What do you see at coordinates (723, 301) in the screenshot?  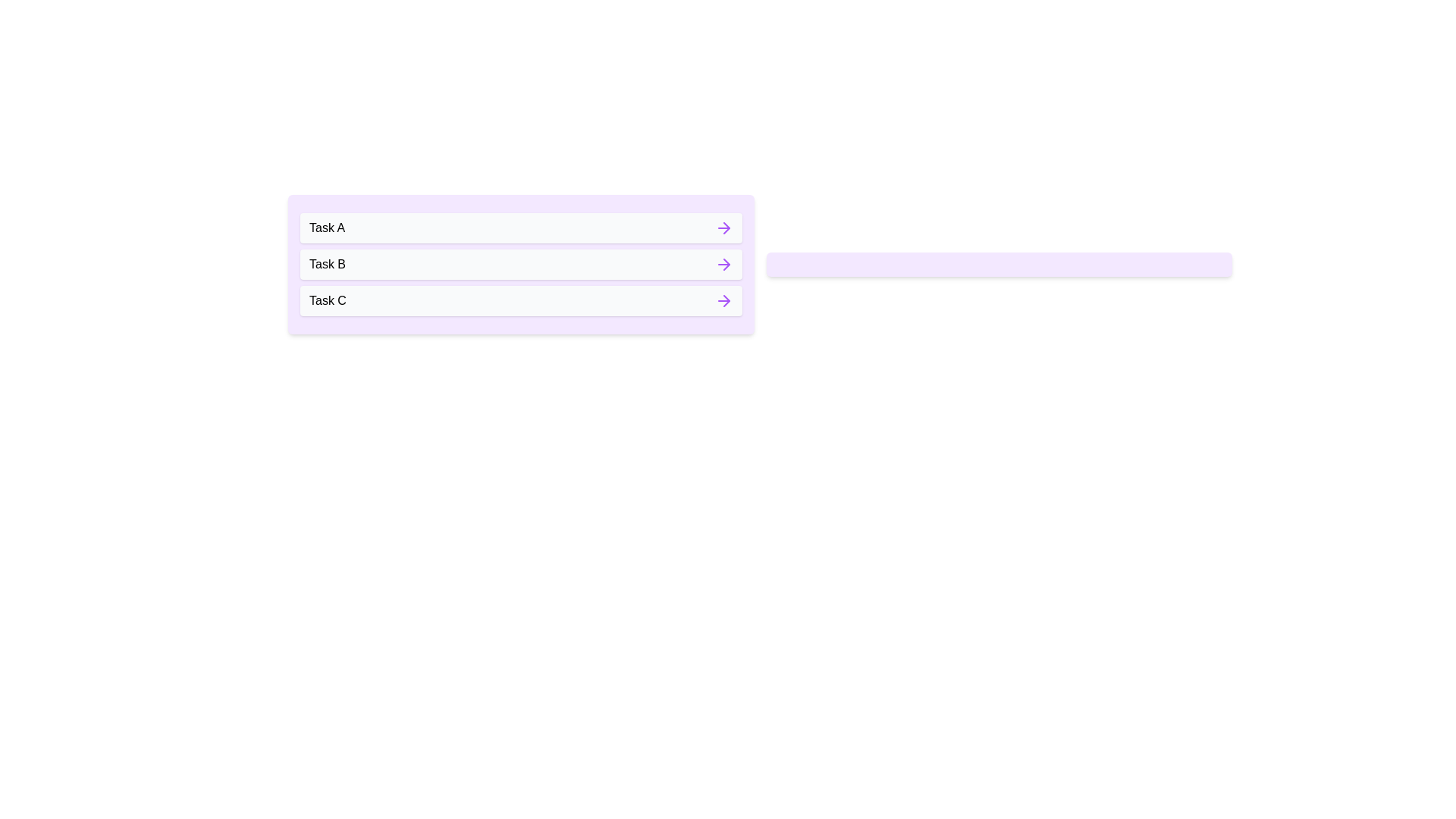 I see `arrow button next to the task labeled 'Task C' to transfer it to the scheduled list` at bounding box center [723, 301].